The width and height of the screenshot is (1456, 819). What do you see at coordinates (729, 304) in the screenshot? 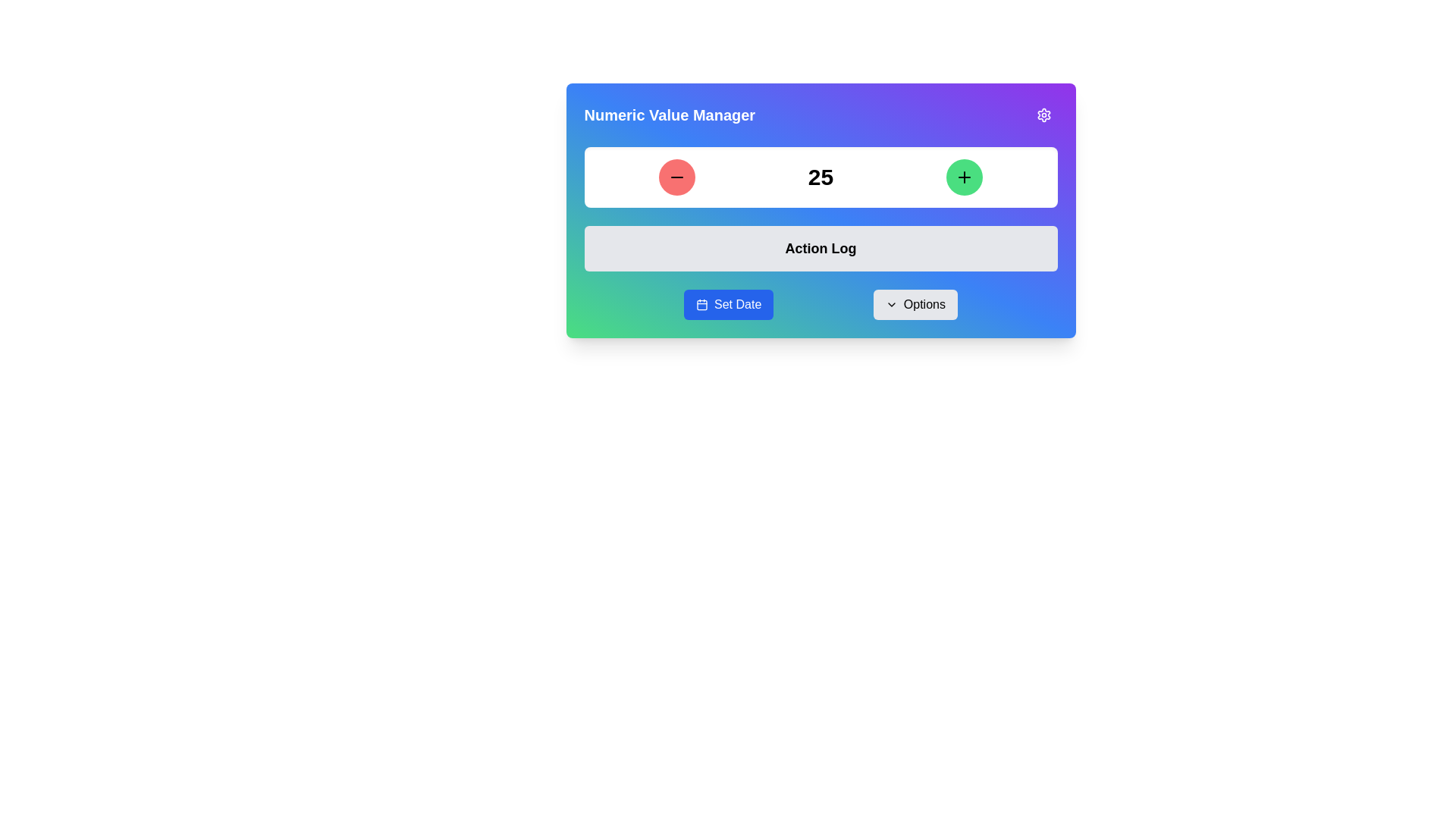
I see `the 'Set Date' button with a blue background and white text` at bounding box center [729, 304].